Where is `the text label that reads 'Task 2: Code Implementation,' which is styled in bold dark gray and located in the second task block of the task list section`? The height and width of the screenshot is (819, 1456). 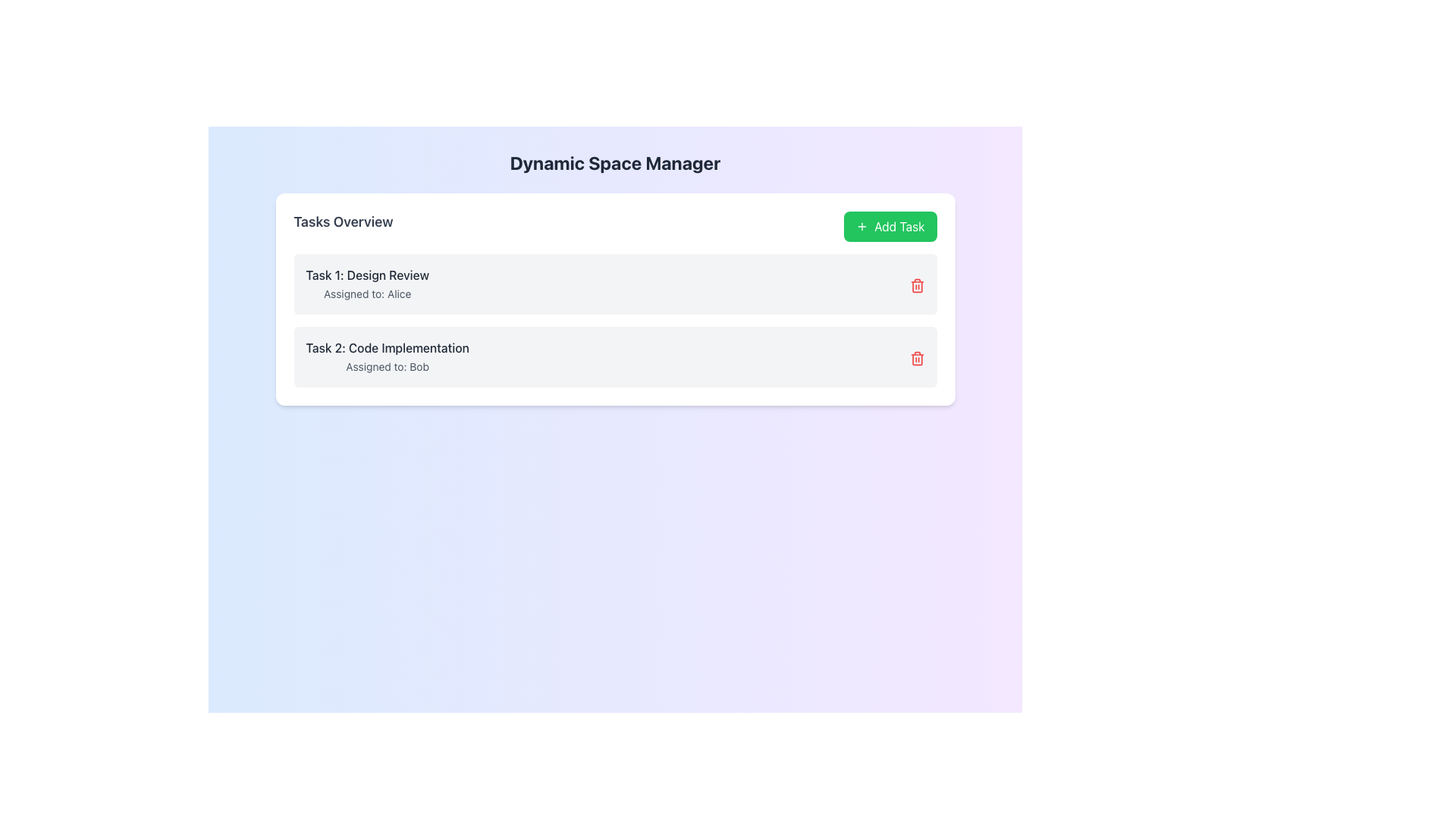 the text label that reads 'Task 2: Code Implementation,' which is styled in bold dark gray and located in the second task block of the task list section is located at coordinates (388, 348).